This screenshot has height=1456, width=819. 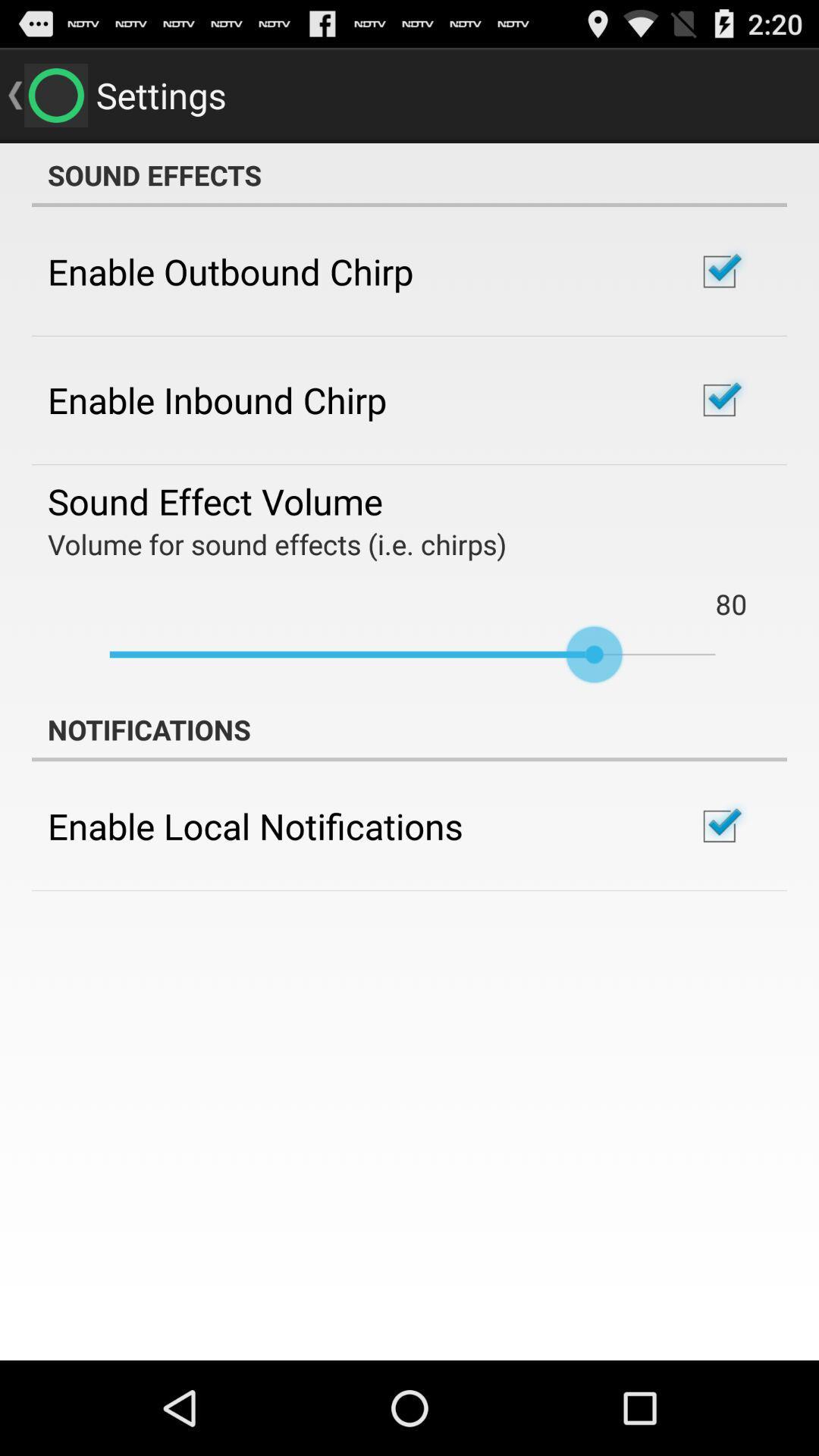 What do you see at coordinates (413, 654) in the screenshot?
I see `app below 80` at bounding box center [413, 654].